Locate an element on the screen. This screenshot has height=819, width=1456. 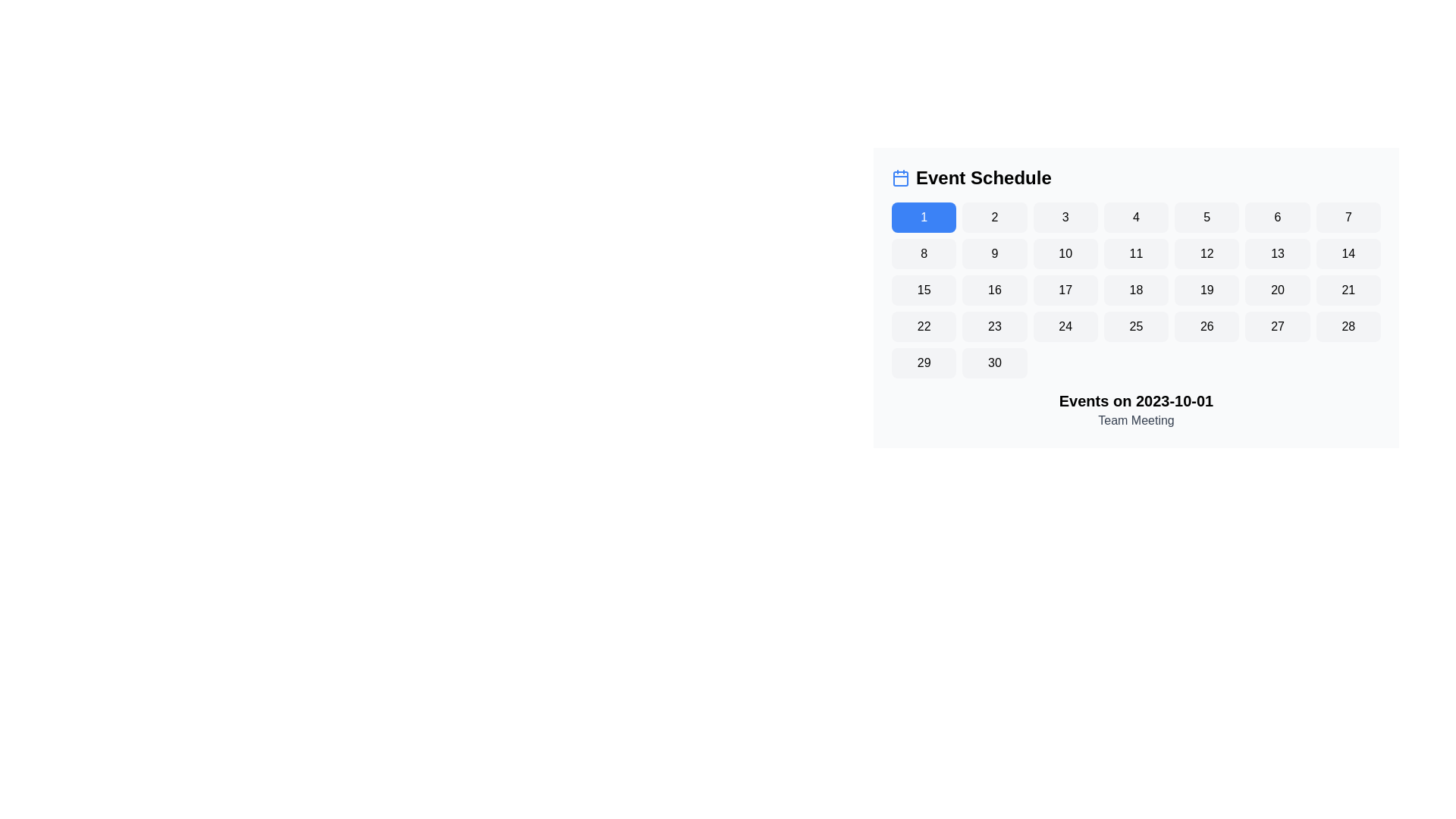
the button displaying the numeral '7' in a grid layout for additional information is located at coordinates (1348, 217).